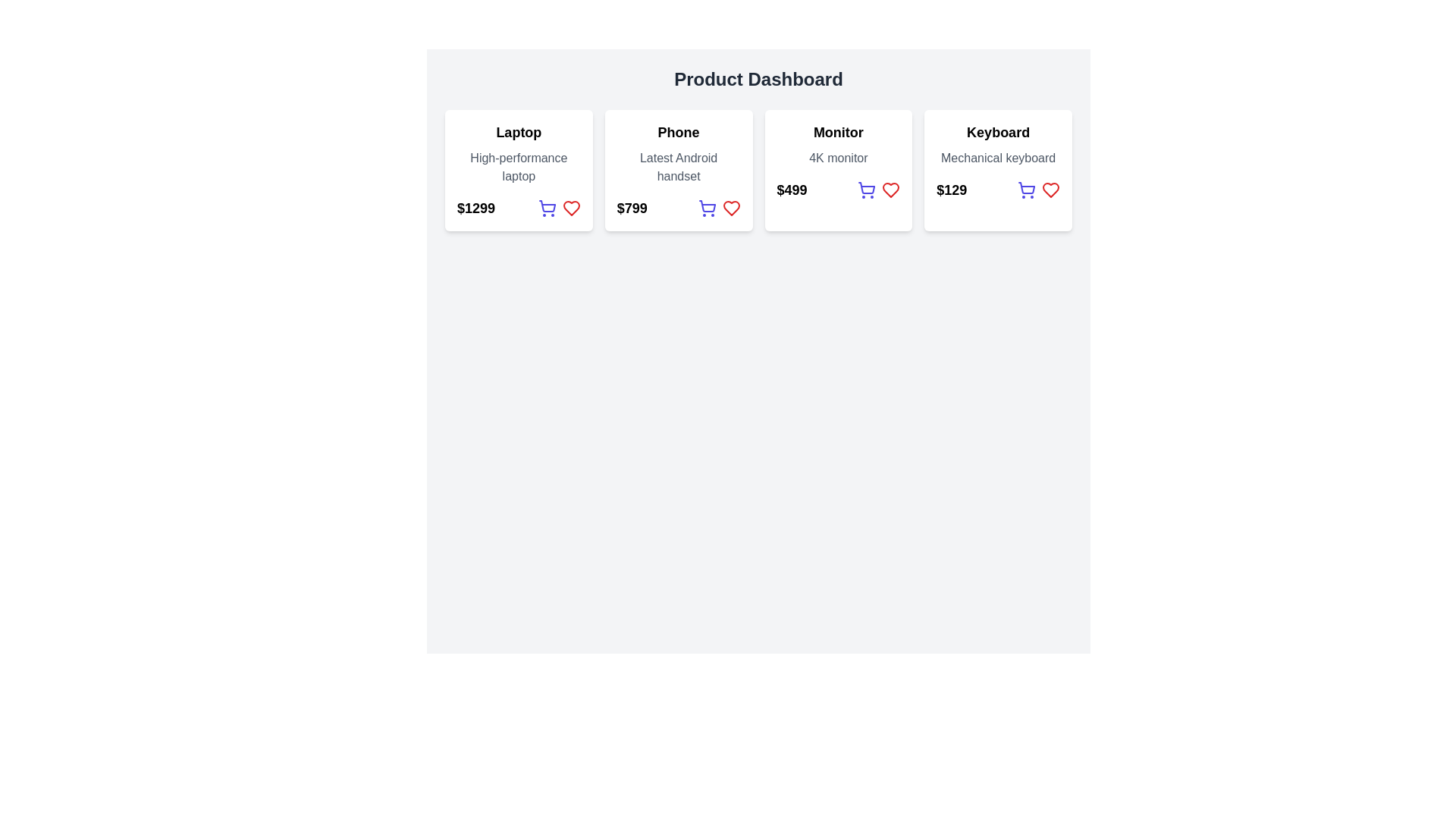 Image resolution: width=1456 pixels, height=819 pixels. What do you see at coordinates (867, 187) in the screenshot?
I see `the main body of the shopping cart icon located in the third card of the product dashboard` at bounding box center [867, 187].